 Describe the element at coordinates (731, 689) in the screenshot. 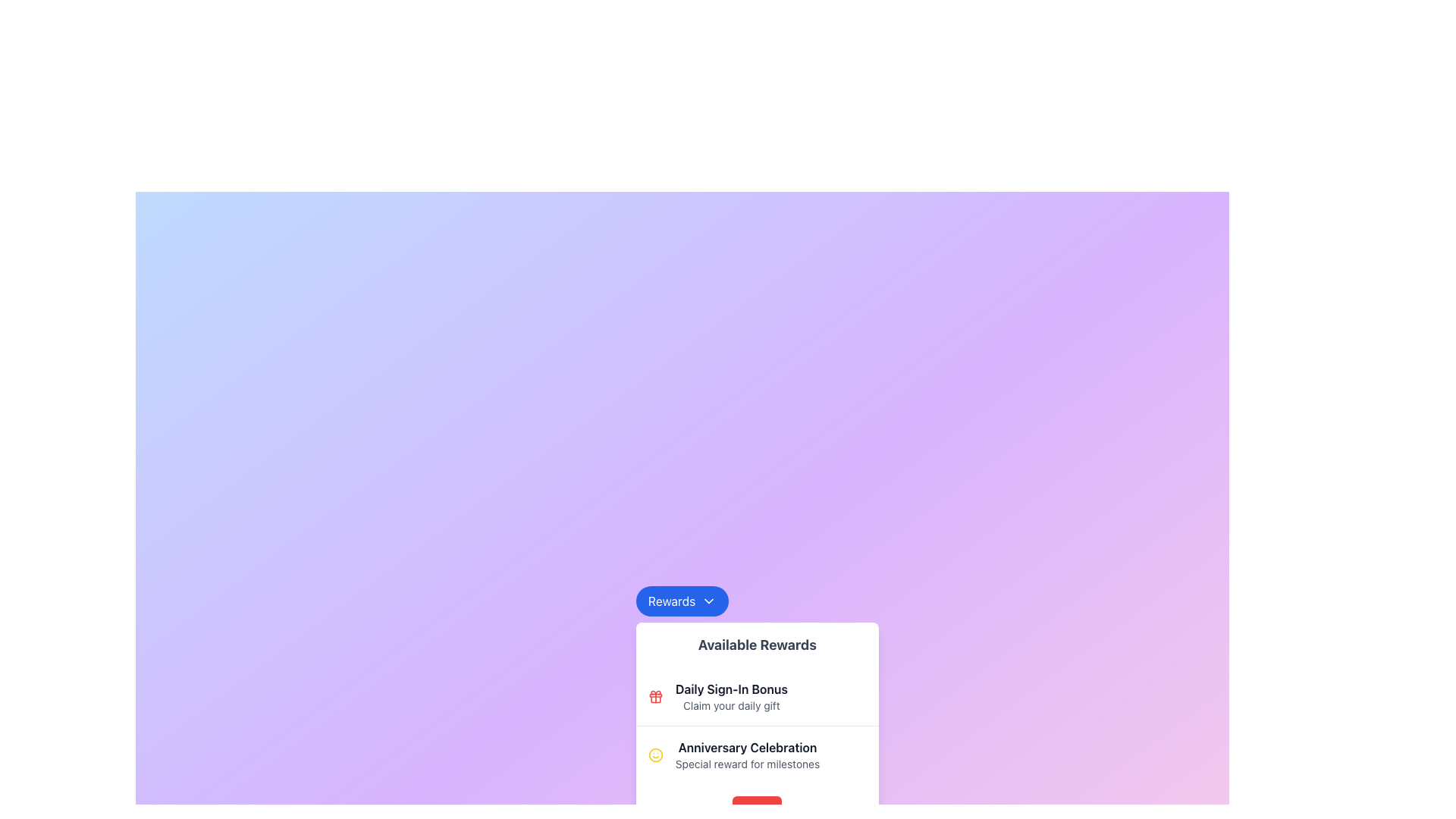

I see `text of the 'Daily Sign-In Bonus' label, which is styled in bold and black color, located in the rewards list interface as the title of the first reward entry` at that location.